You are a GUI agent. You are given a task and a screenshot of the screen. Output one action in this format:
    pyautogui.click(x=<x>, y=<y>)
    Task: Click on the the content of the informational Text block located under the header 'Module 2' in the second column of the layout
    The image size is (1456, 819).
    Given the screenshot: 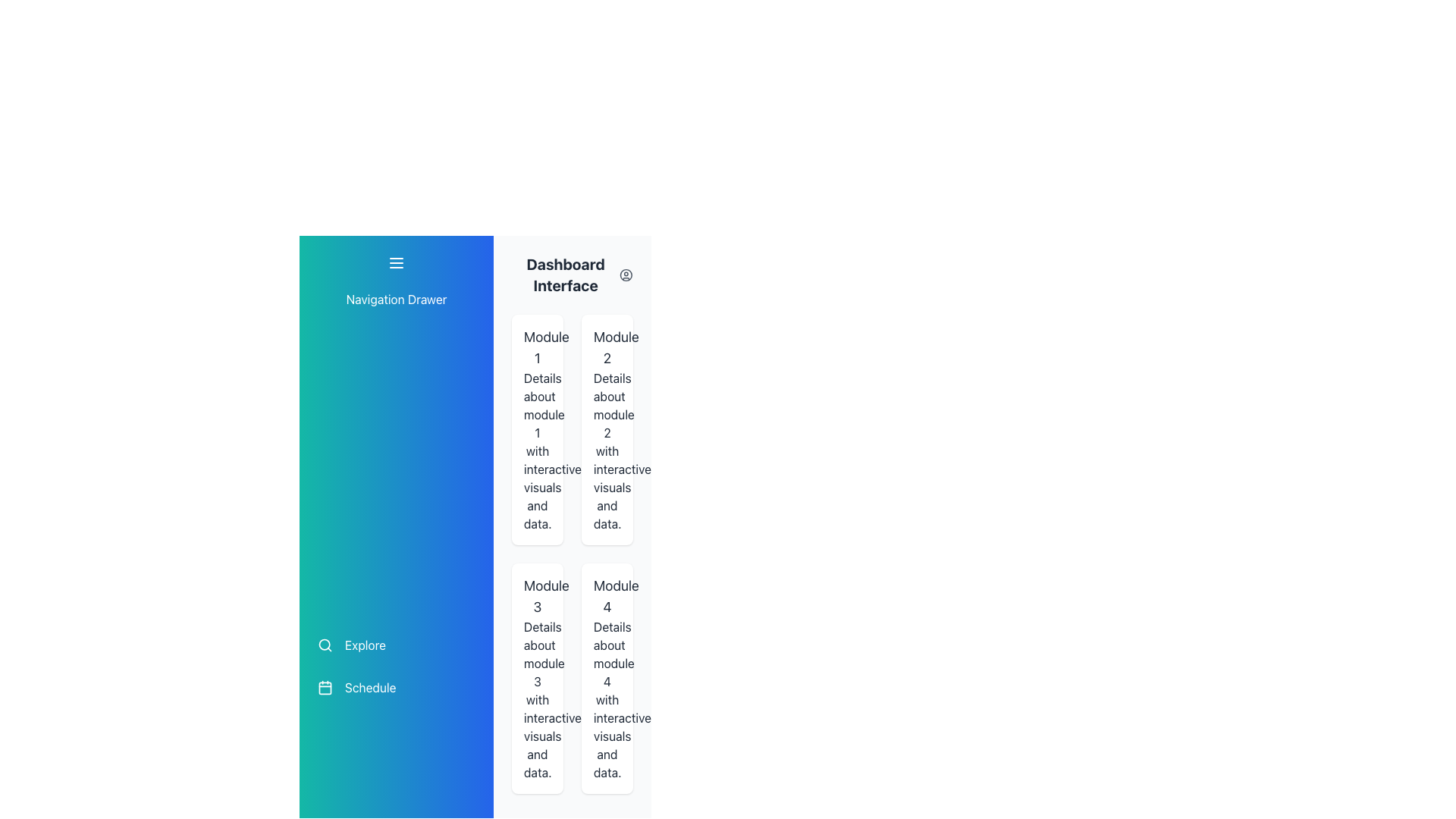 What is the action you would take?
    pyautogui.click(x=607, y=450)
    